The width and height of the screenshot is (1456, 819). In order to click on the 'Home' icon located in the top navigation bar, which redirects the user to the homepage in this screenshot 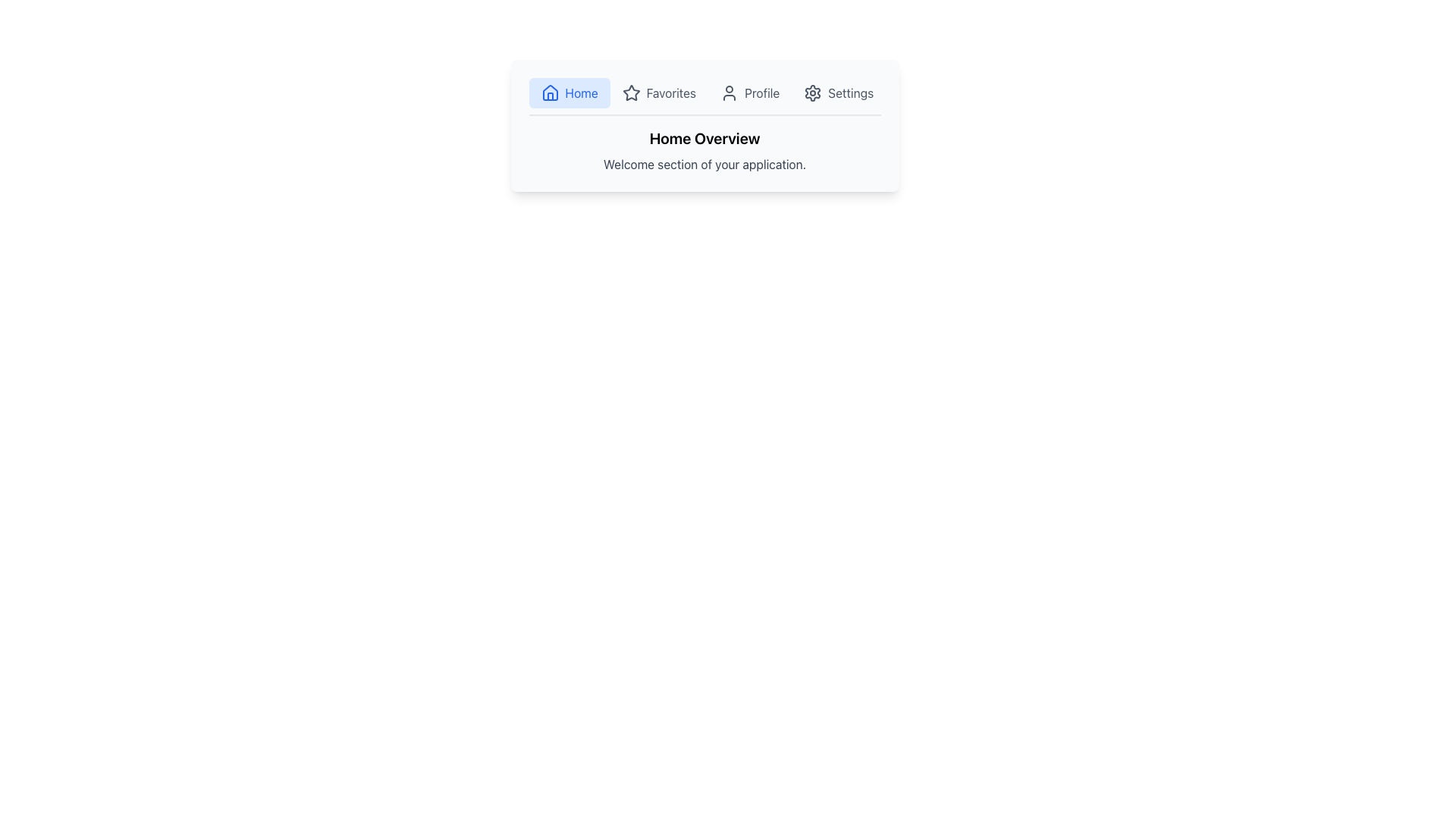, I will do `click(549, 93)`.